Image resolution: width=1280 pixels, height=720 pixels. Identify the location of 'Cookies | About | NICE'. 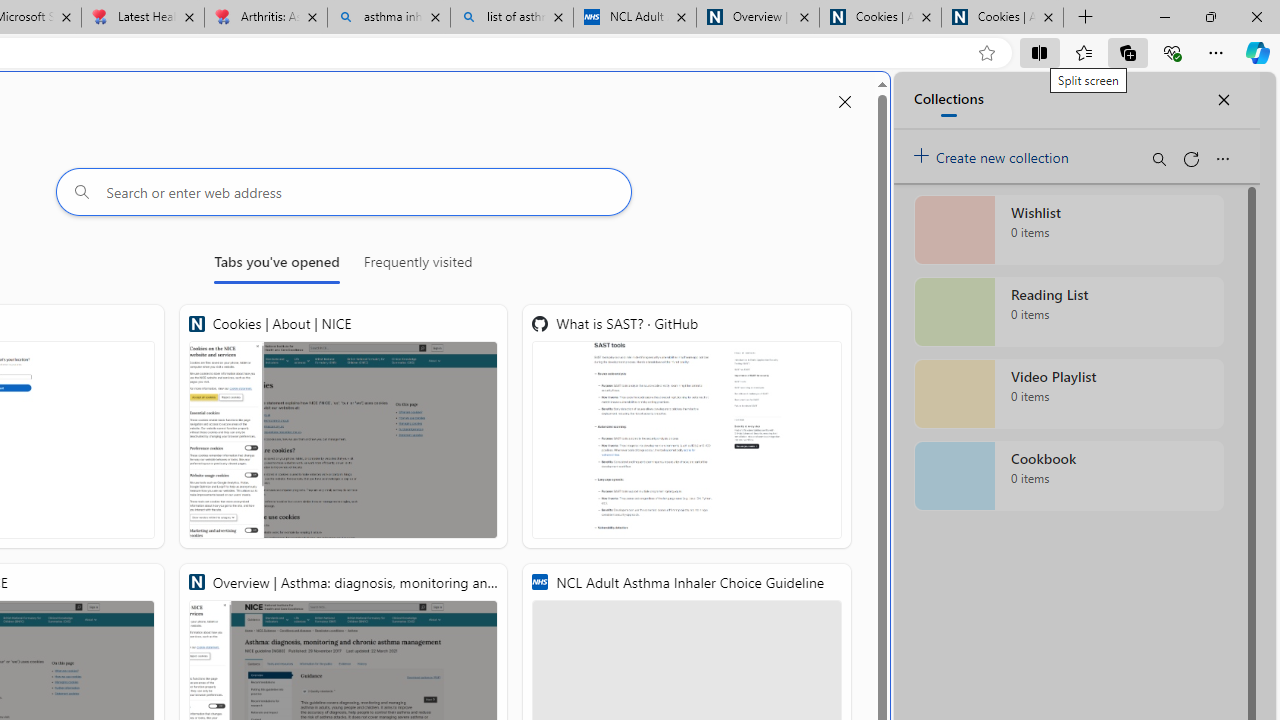
(343, 425).